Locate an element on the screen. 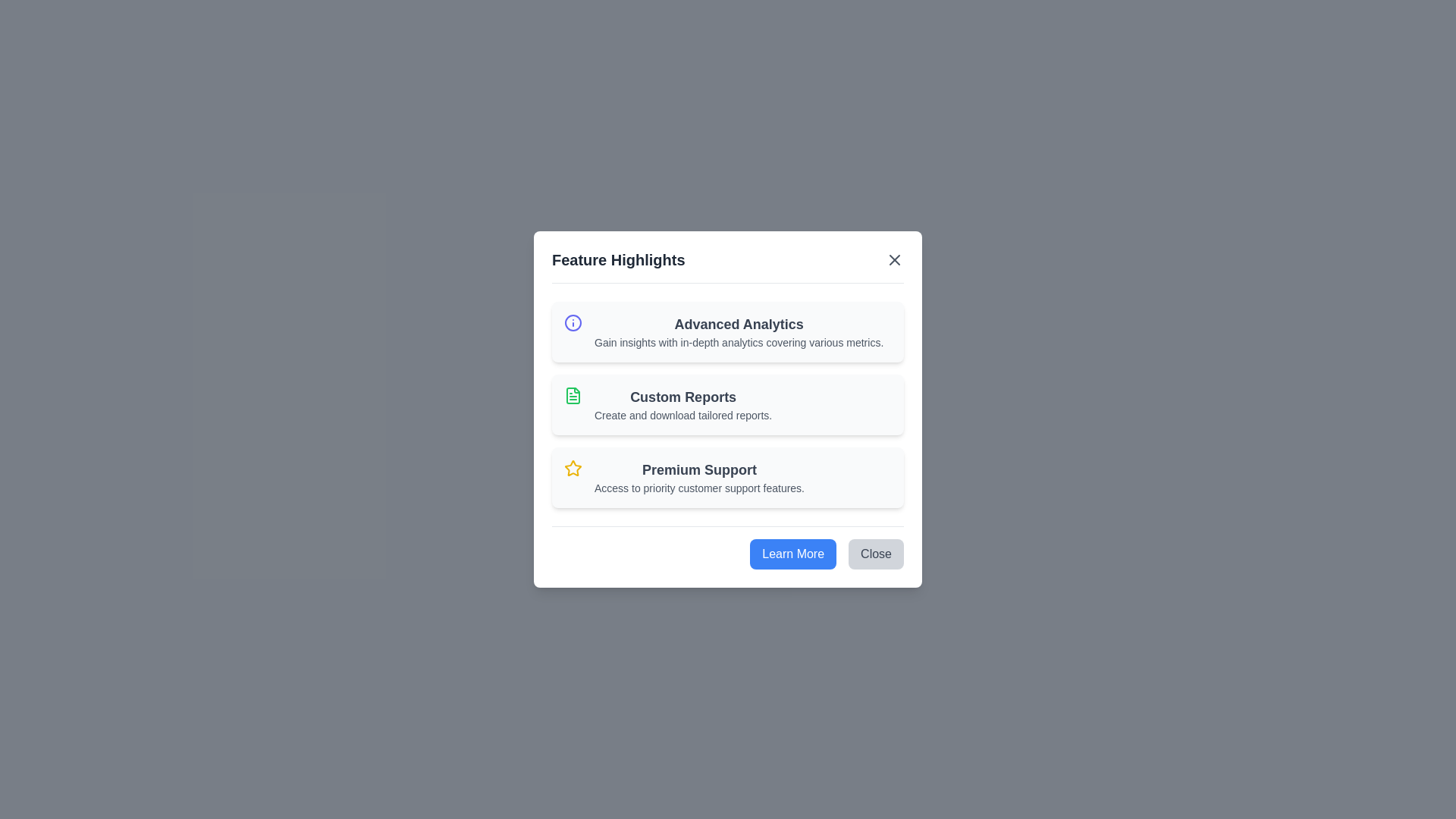 The image size is (1456, 819). the green-tinted document icon adjacent to the 'Custom Reports' feature name in the second row of the vertical list within the modal is located at coordinates (572, 394).